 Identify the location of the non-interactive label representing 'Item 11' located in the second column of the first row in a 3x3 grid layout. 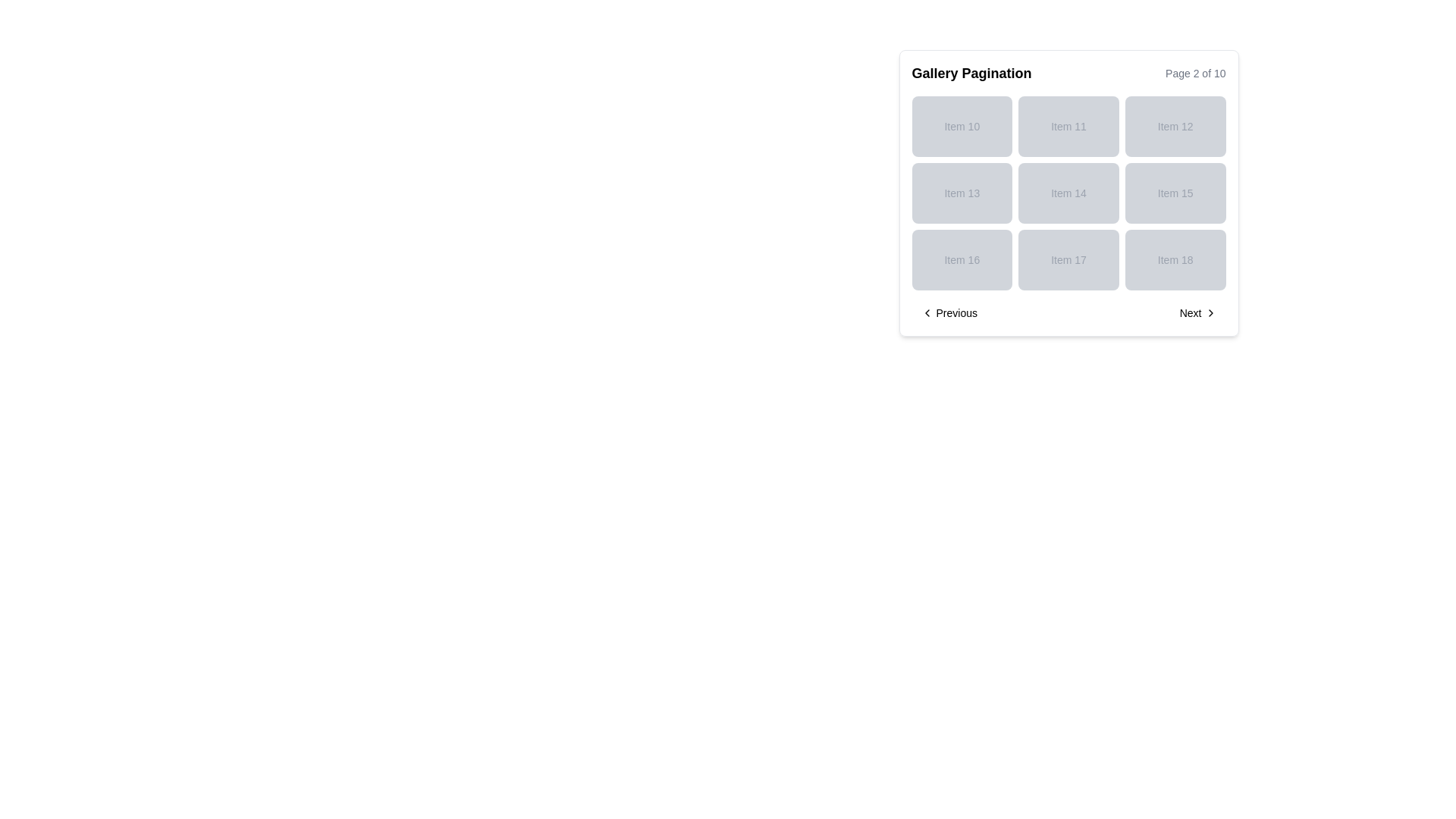
(1068, 125).